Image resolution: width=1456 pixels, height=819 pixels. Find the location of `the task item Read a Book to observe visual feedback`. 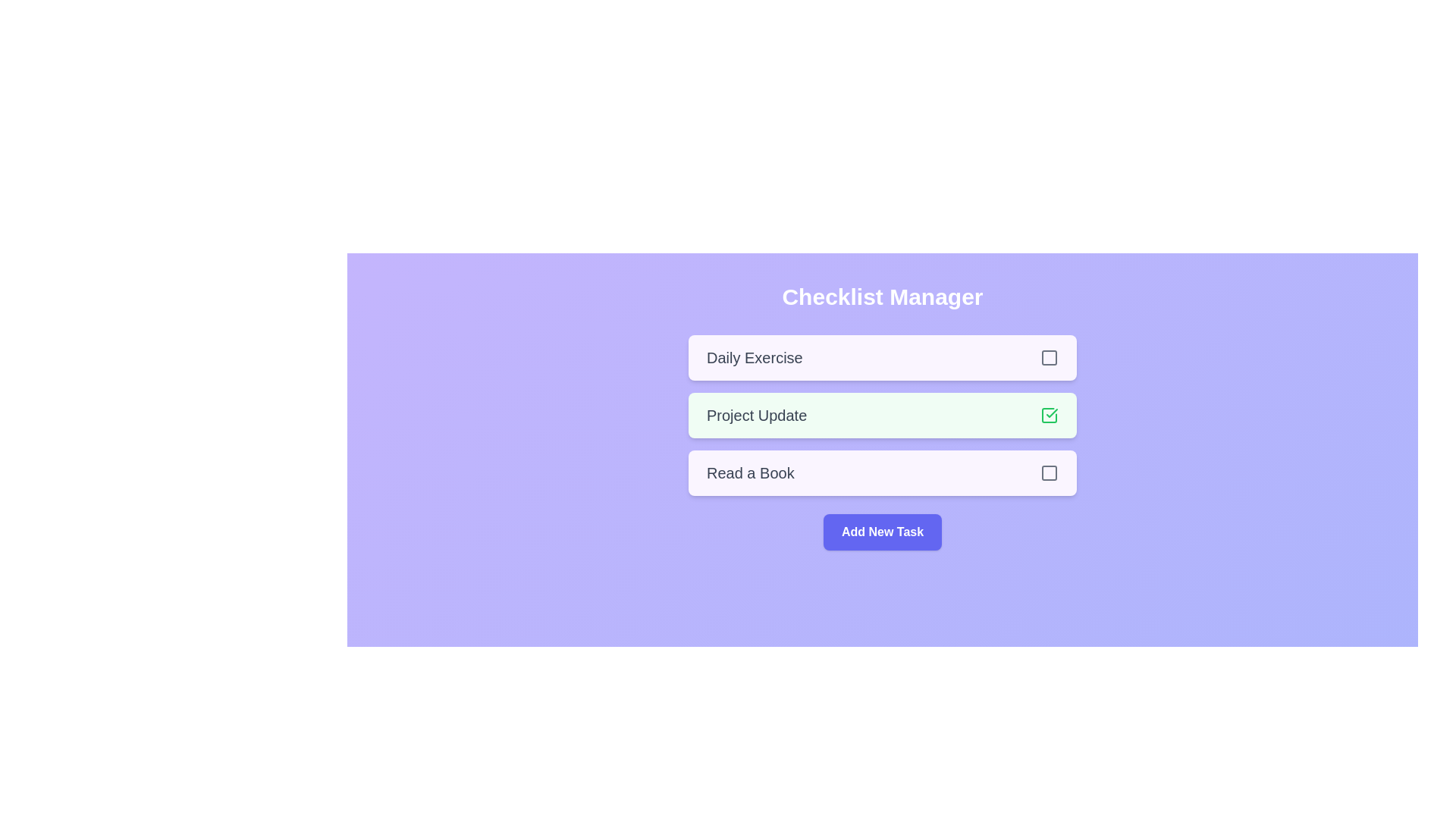

the task item Read a Book to observe visual feedback is located at coordinates (882, 472).